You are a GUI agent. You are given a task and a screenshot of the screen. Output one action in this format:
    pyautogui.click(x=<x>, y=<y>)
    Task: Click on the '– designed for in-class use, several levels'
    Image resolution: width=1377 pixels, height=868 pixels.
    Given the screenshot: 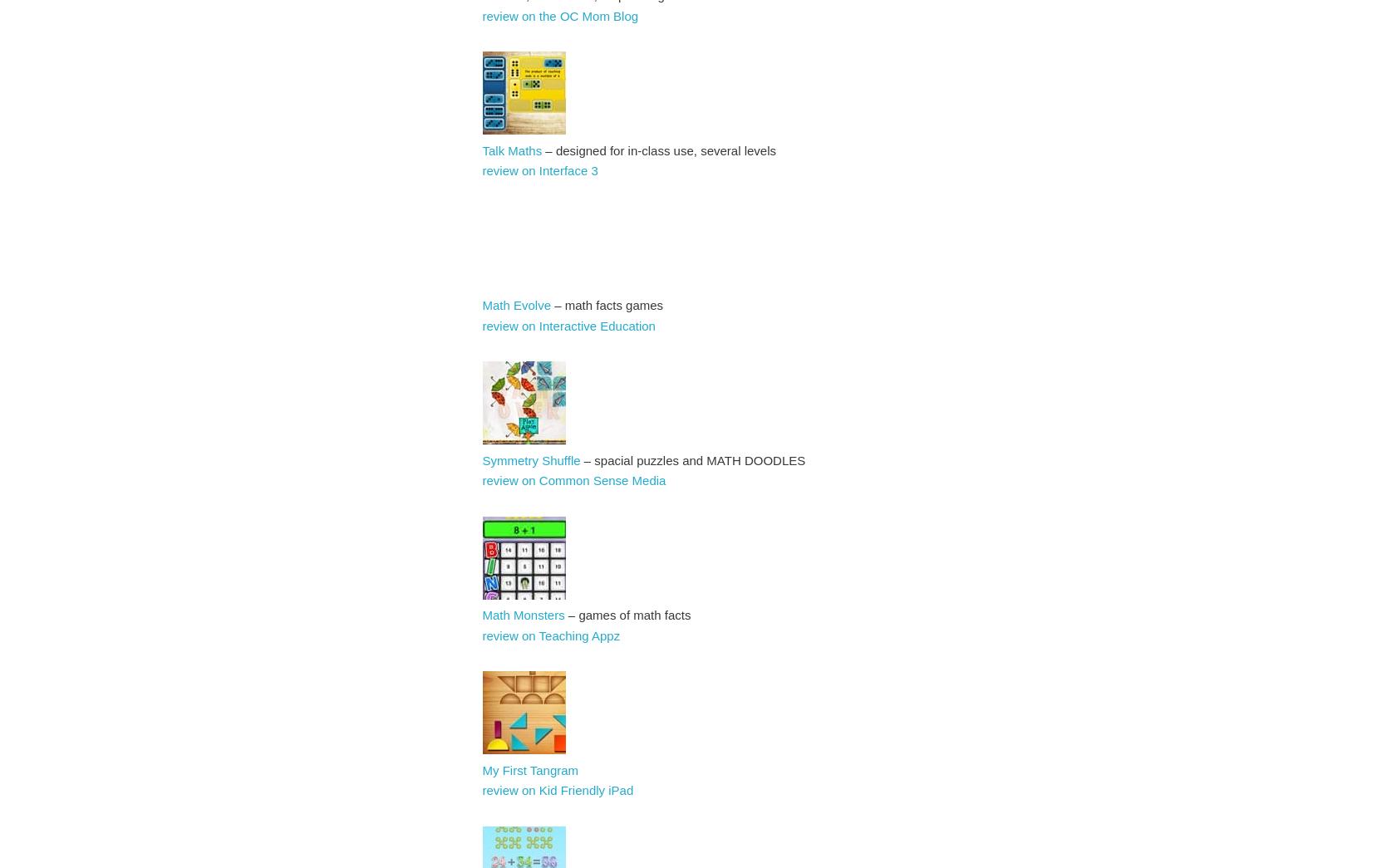 What is the action you would take?
    pyautogui.click(x=542, y=150)
    